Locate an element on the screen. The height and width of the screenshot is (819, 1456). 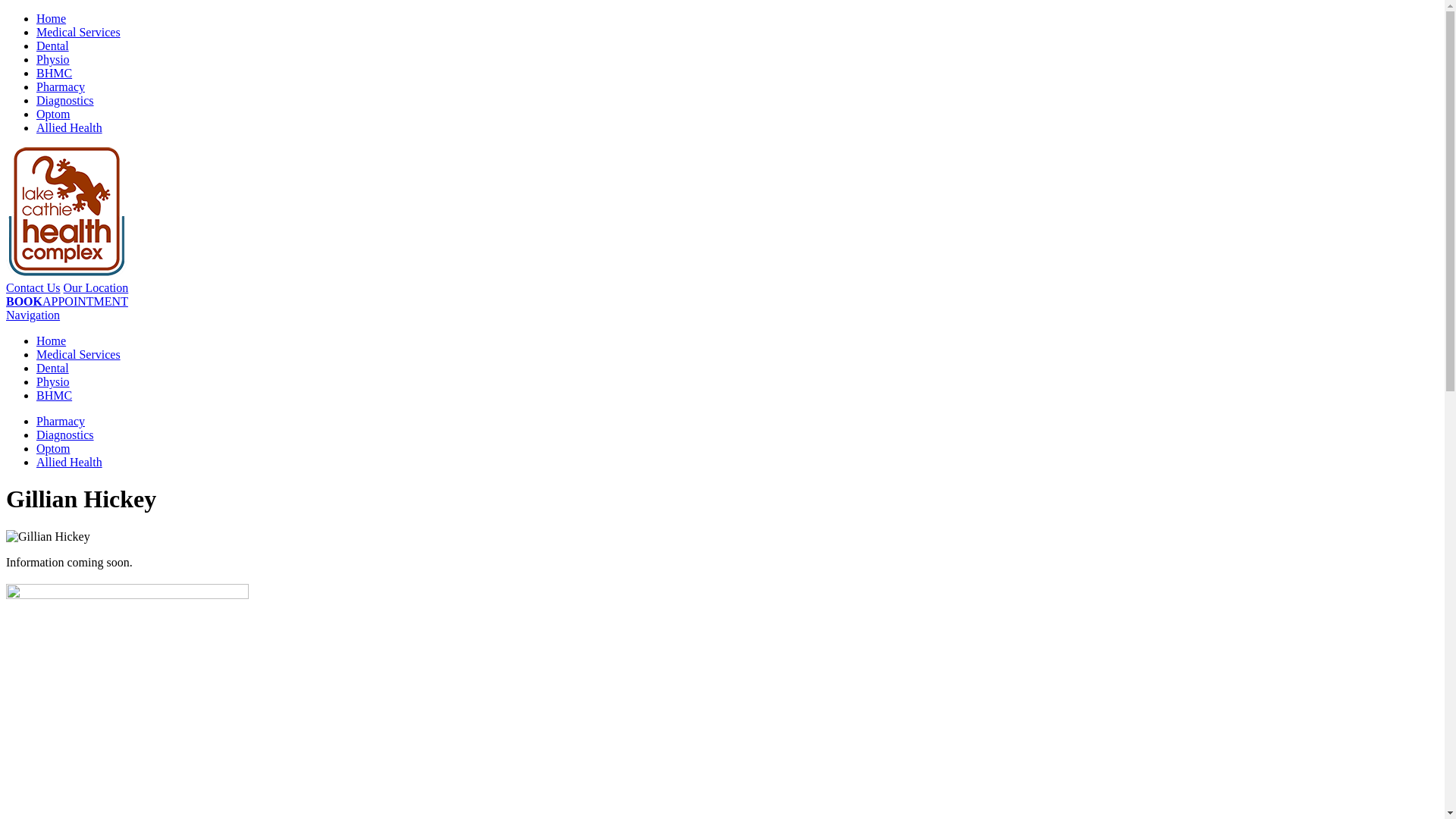
'Our Location' is located at coordinates (95, 287).